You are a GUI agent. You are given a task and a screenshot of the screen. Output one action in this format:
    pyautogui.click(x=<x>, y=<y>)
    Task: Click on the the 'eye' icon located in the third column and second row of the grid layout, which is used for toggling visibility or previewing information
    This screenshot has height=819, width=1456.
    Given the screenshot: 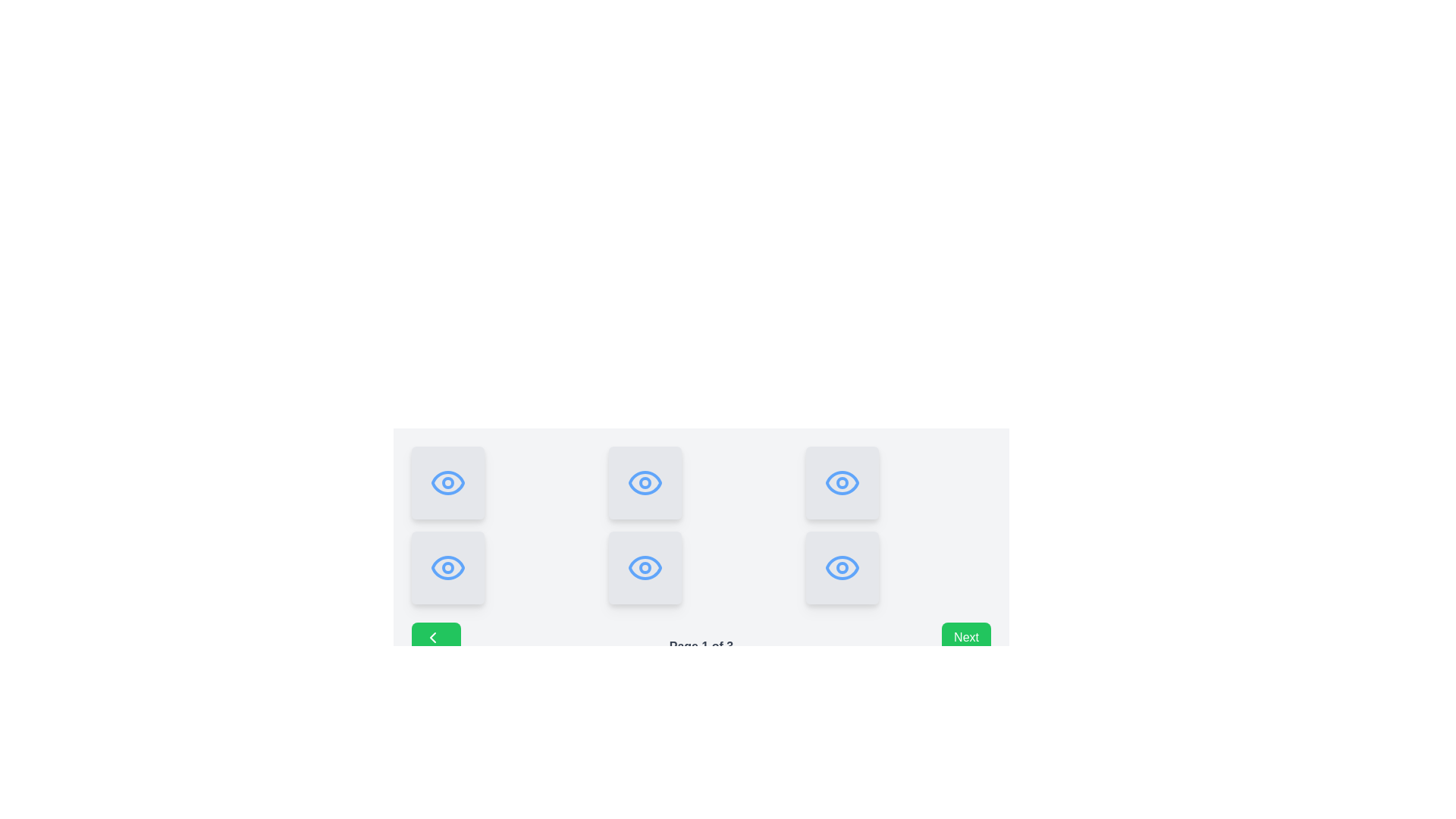 What is the action you would take?
    pyautogui.click(x=841, y=482)
    